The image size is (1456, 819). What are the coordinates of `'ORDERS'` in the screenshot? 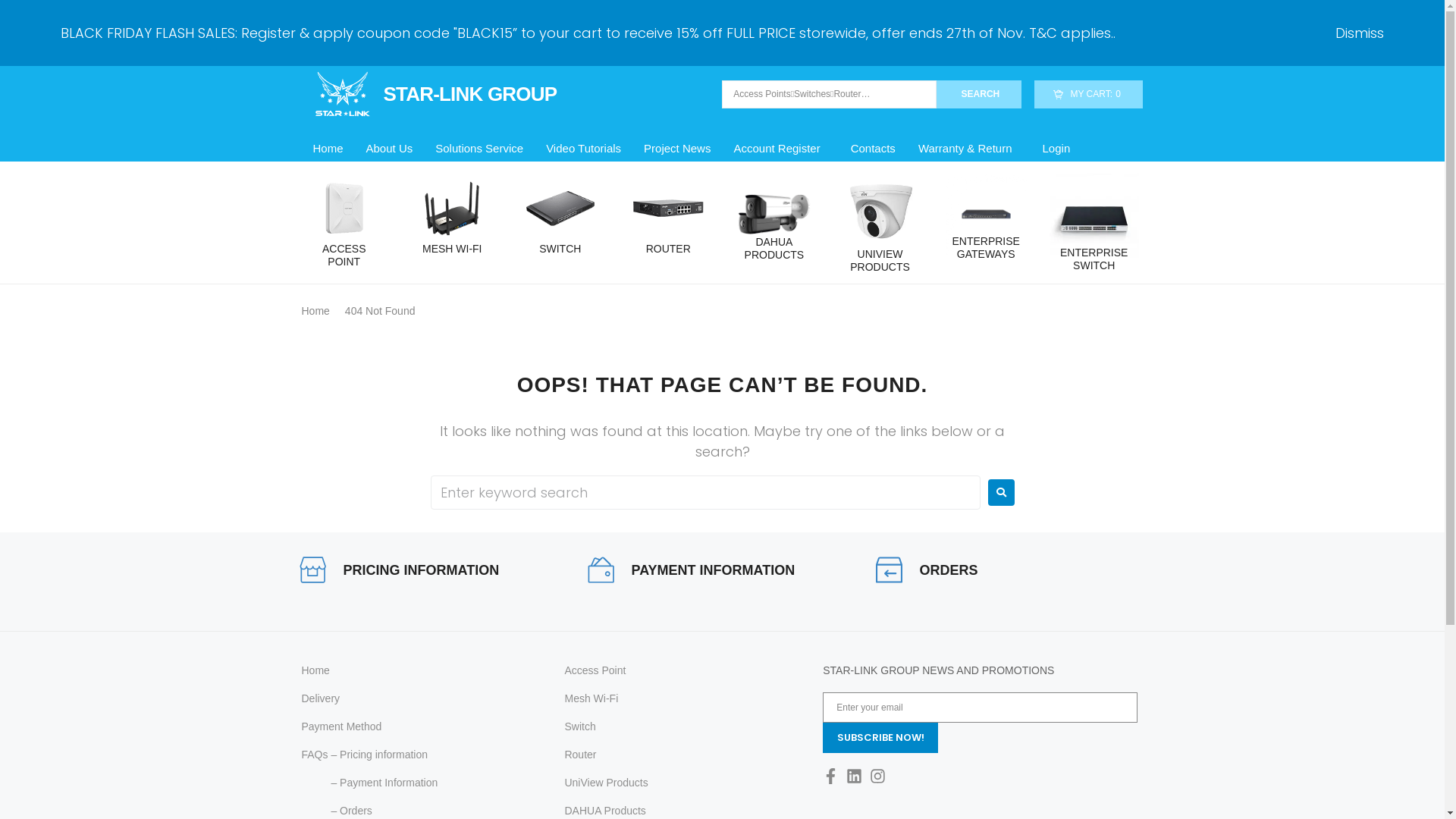 It's located at (947, 570).